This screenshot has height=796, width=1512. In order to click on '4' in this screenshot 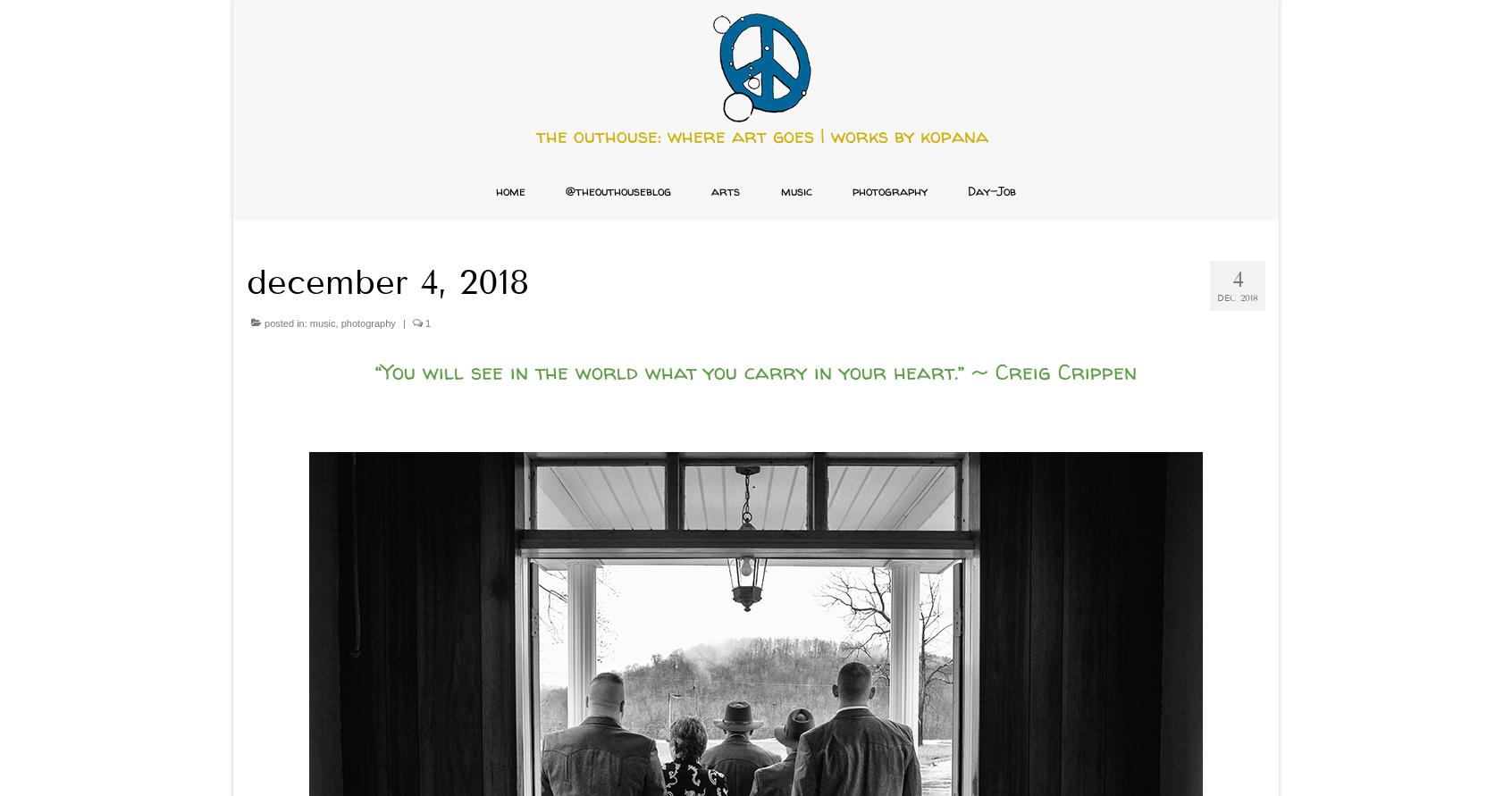, I will do `click(1237, 278)`.